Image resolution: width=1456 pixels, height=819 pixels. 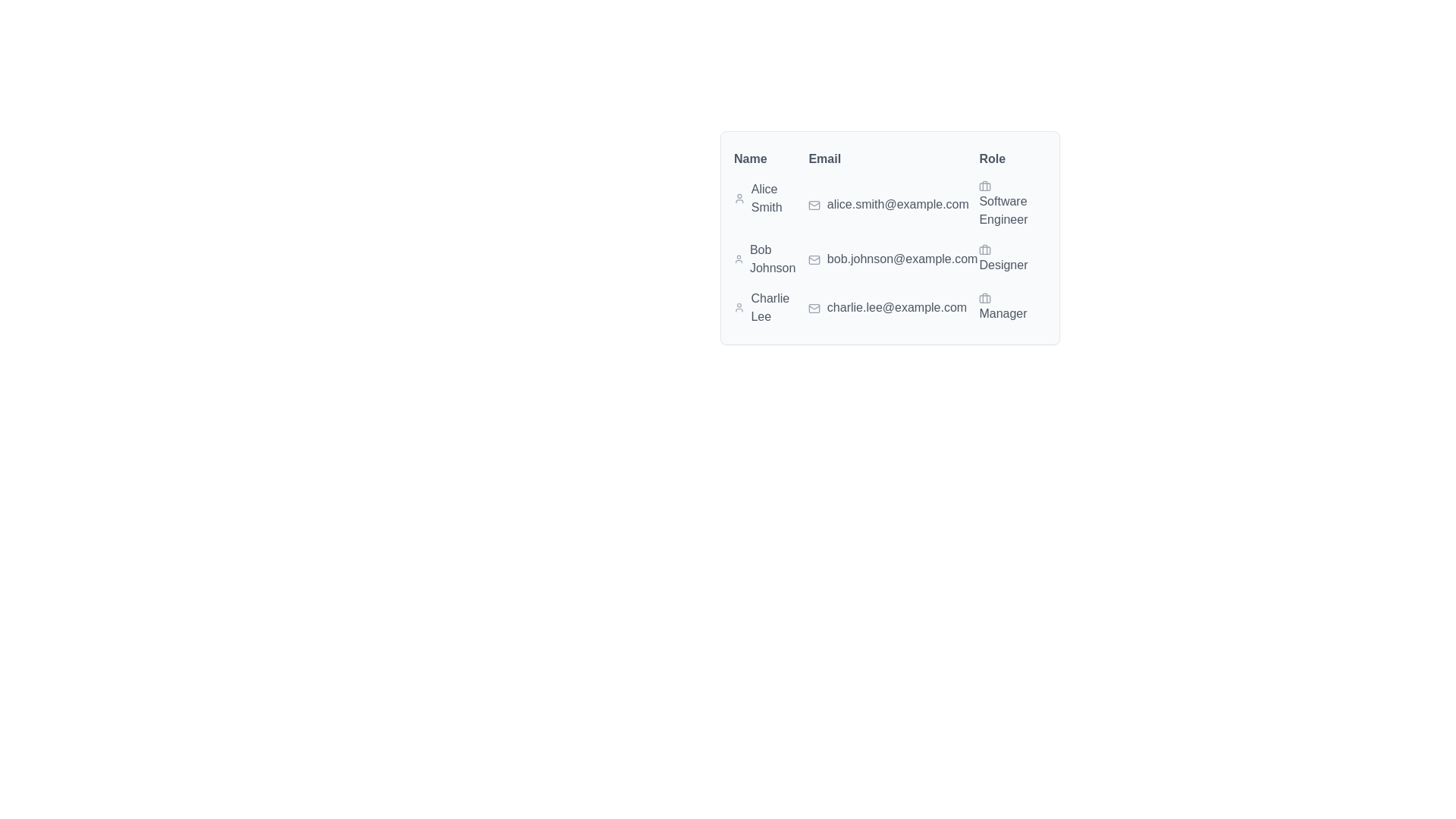 What do you see at coordinates (739, 198) in the screenshot?
I see `the small user icon, represented as a circular head over a torso, located to the immediate left of the text 'Alice Smith'` at bounding box center [739, 198].